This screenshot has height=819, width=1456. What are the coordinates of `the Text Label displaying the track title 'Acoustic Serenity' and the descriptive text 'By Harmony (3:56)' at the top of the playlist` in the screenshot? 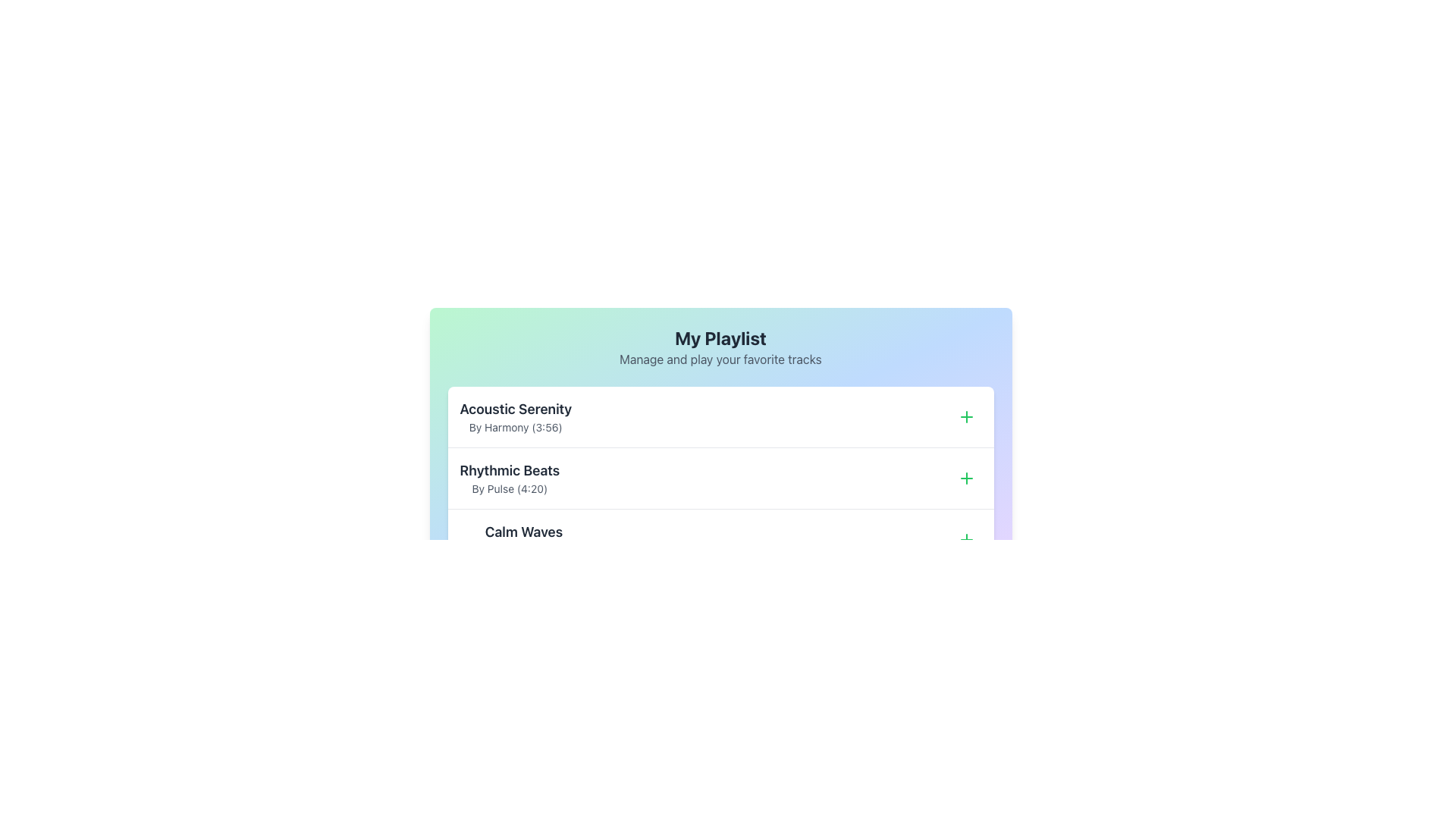 It's located at (516, 417).